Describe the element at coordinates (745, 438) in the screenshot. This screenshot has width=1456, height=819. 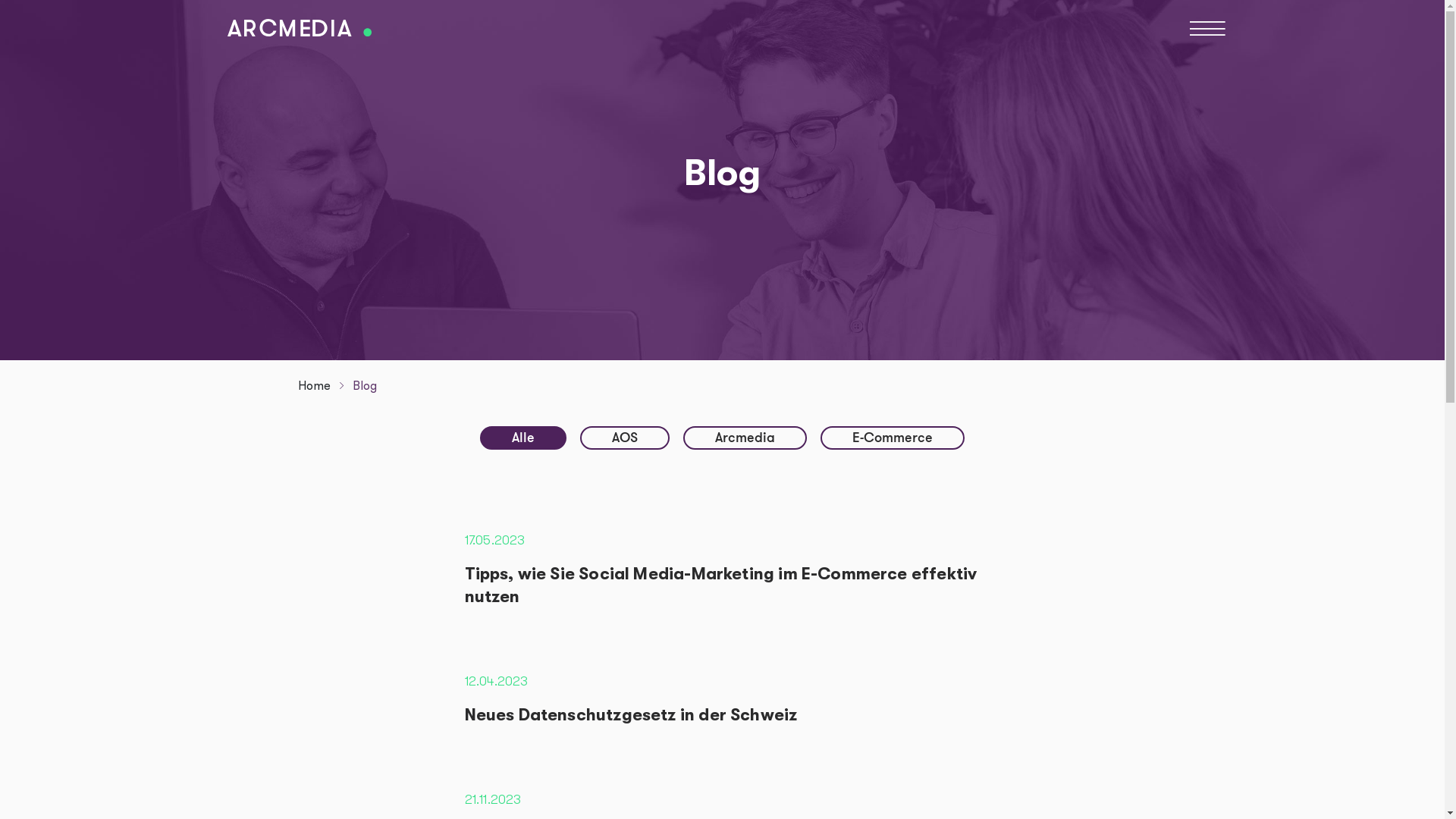
I see `'Arcmedia'` at that location.